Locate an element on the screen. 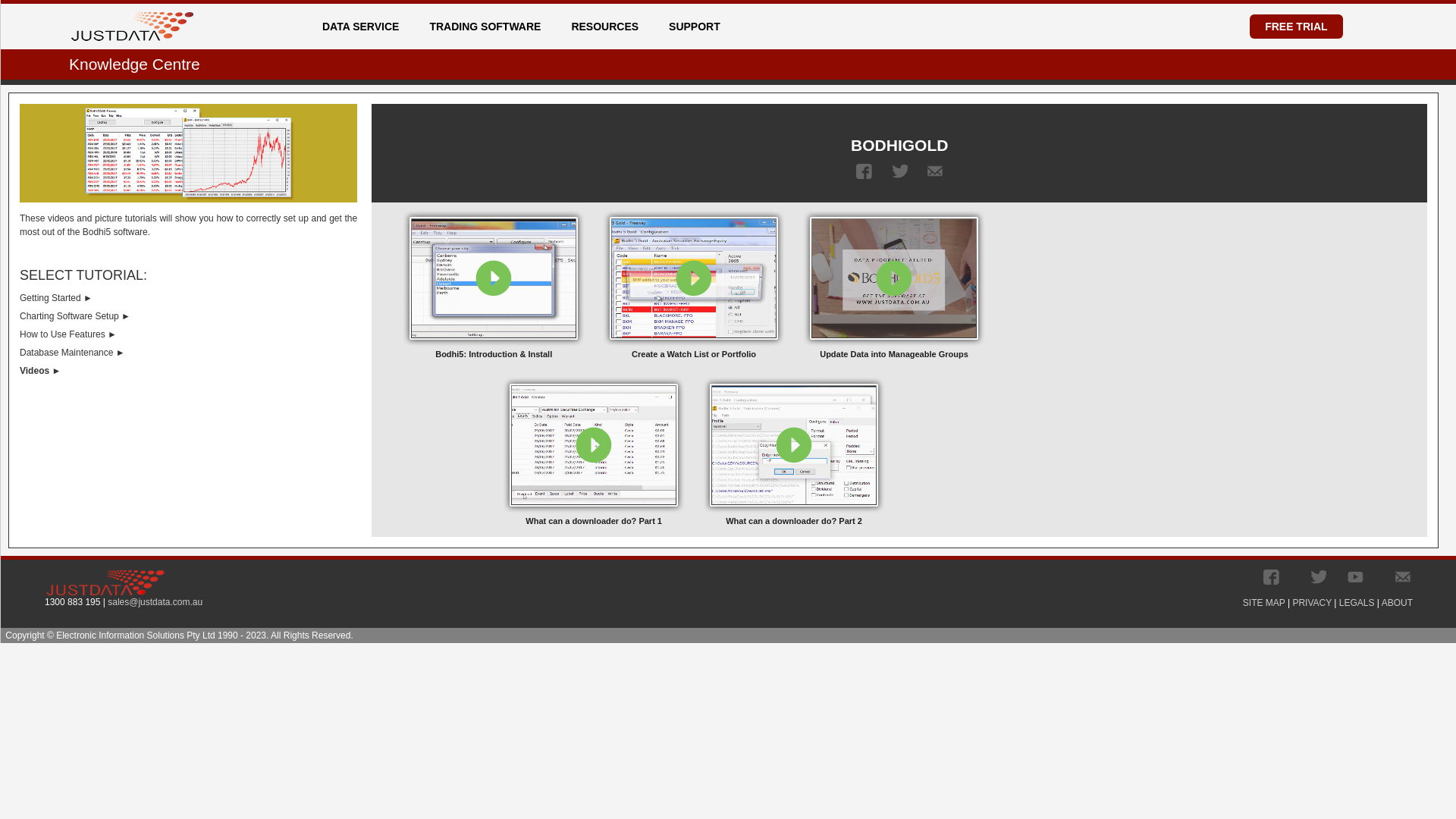 The image size is (1456, 819). 'RESOURCES' is located at coordinates (563, 26).